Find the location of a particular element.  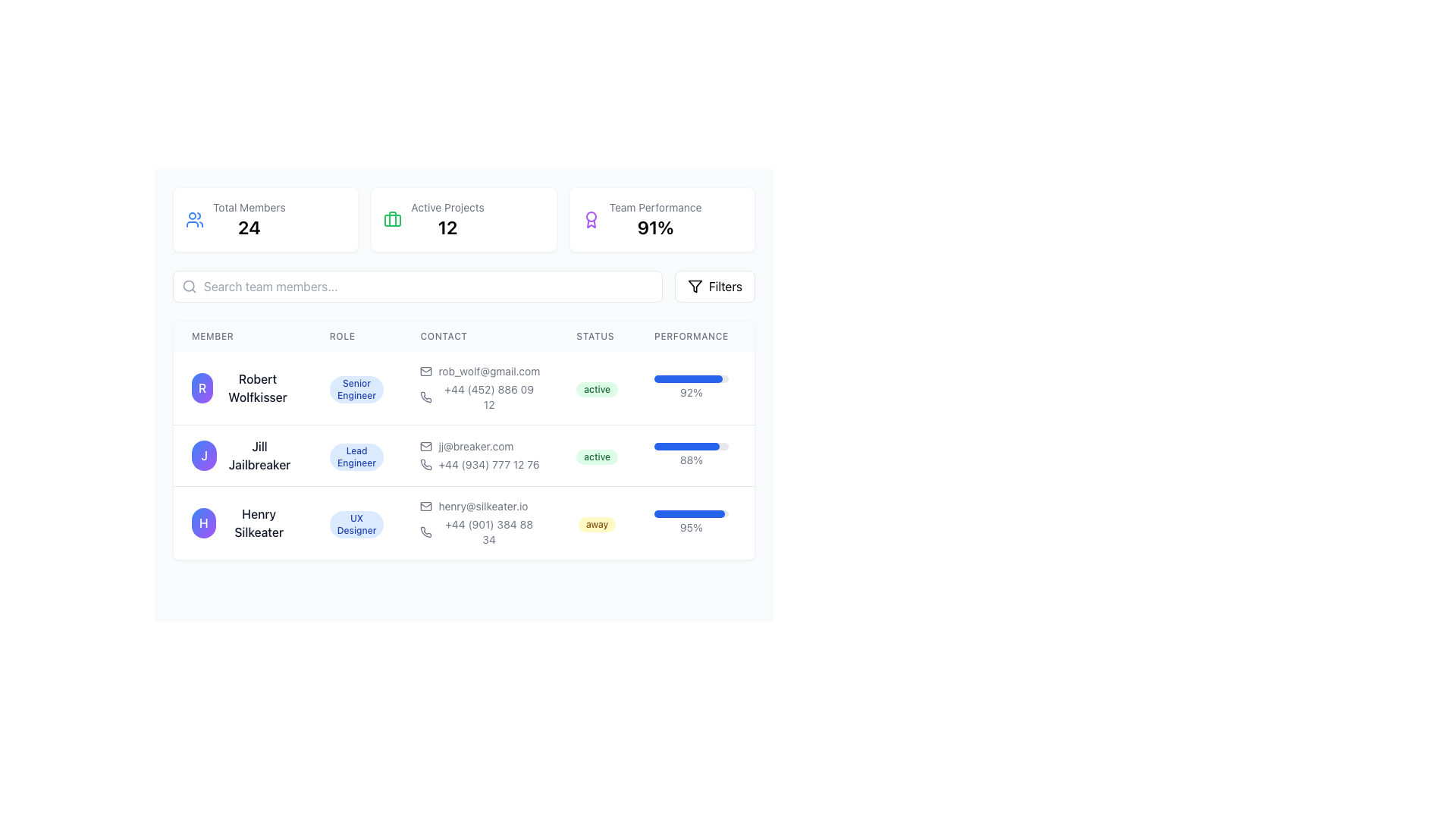

the phone icon located in the 'Contact' column associated with the name 'Robert Wolfkisser', which serves as a visual cue for the contact number is located at coordinates (425, 397).